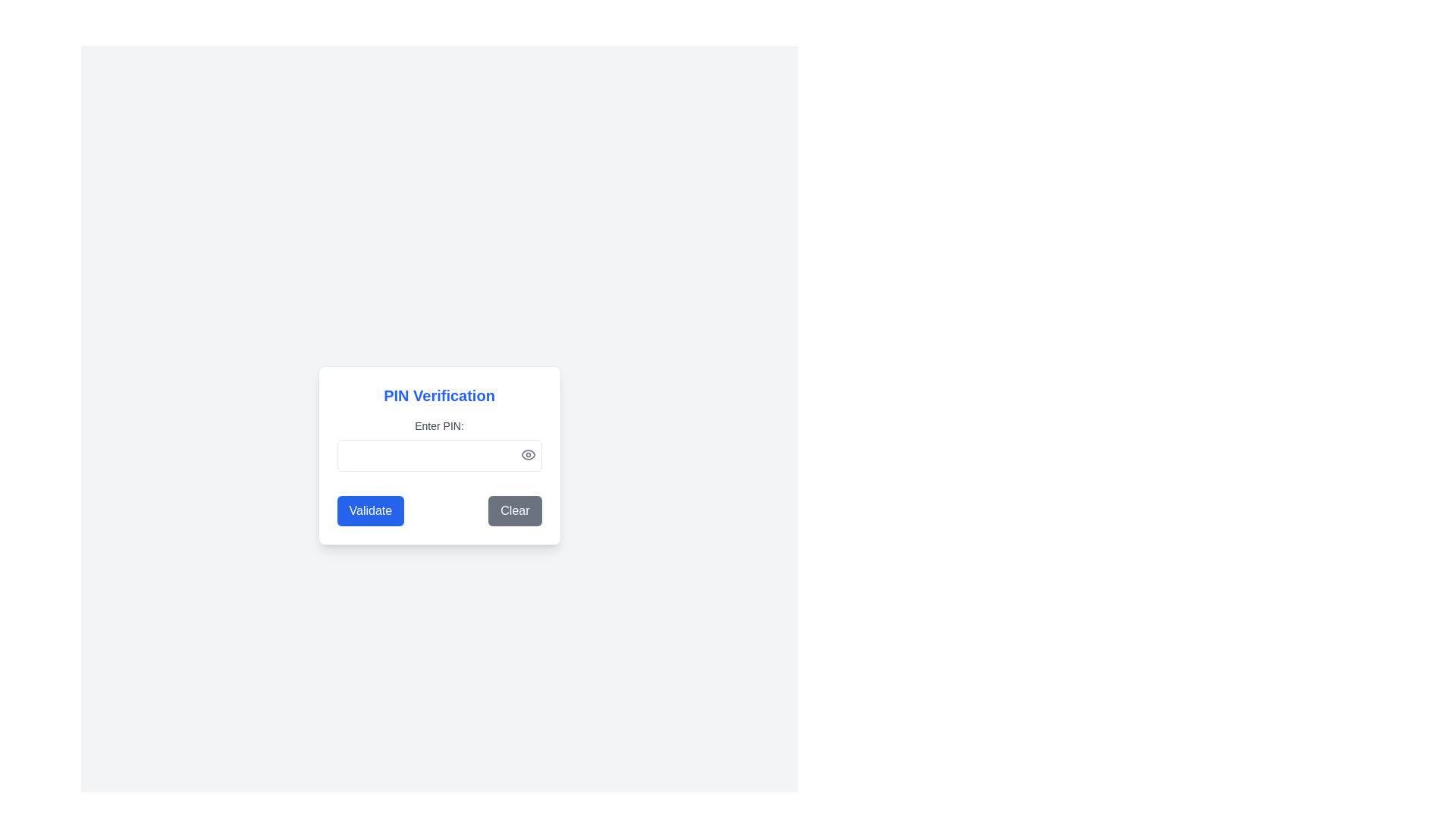 The height and width of the screenshot is (819, 1456). Describe the element at coordinates (370, 511) in the screenshot. I see `the bright blue 'Validate' button with white text located in the bottom-left corner of the white card interface` at that location.